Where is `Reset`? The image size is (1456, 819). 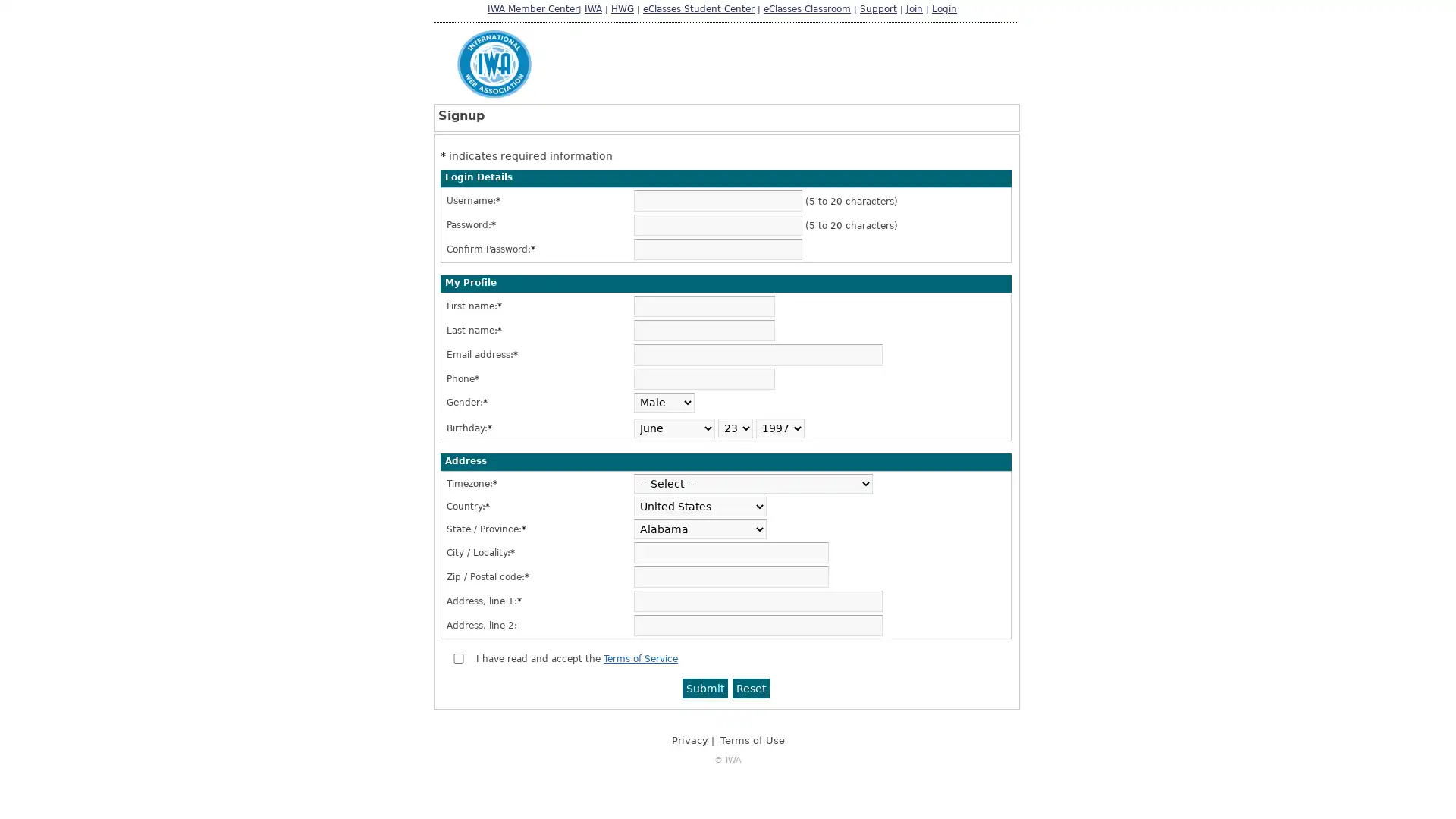
Reset is located at coordinates (751, 688).